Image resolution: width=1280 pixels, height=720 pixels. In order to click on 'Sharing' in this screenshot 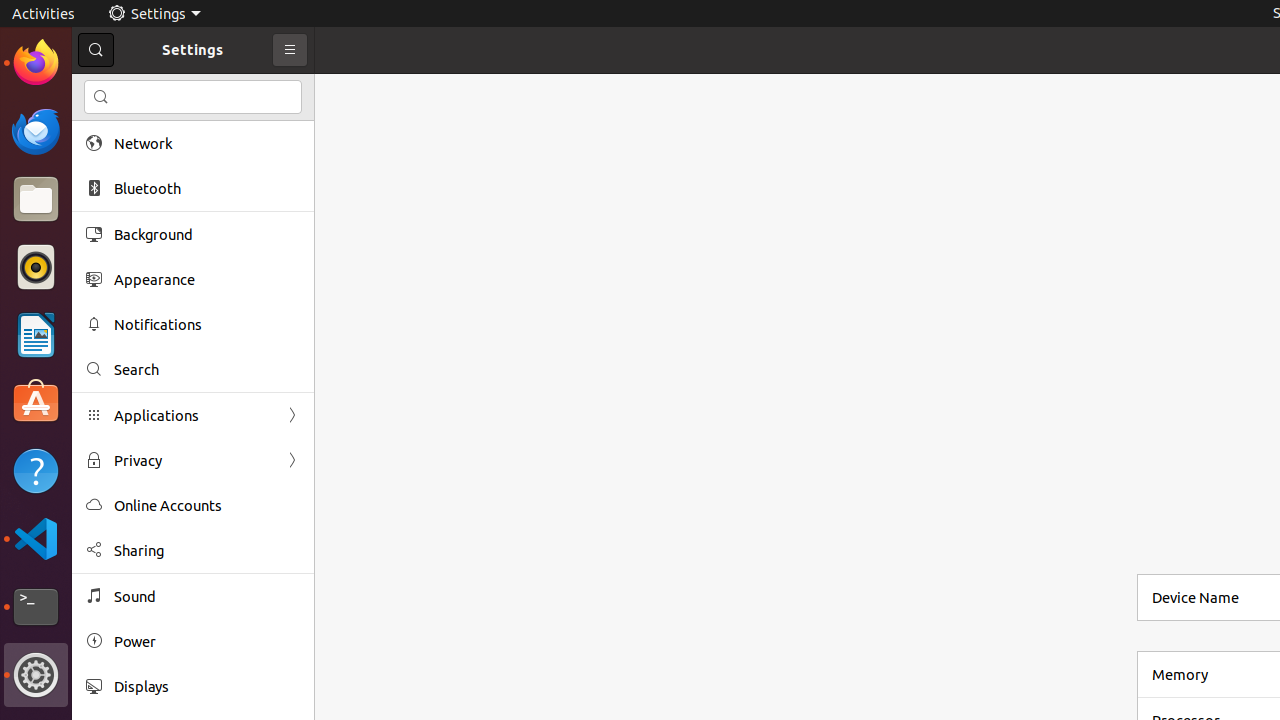, I will do `click(206, 550)`.